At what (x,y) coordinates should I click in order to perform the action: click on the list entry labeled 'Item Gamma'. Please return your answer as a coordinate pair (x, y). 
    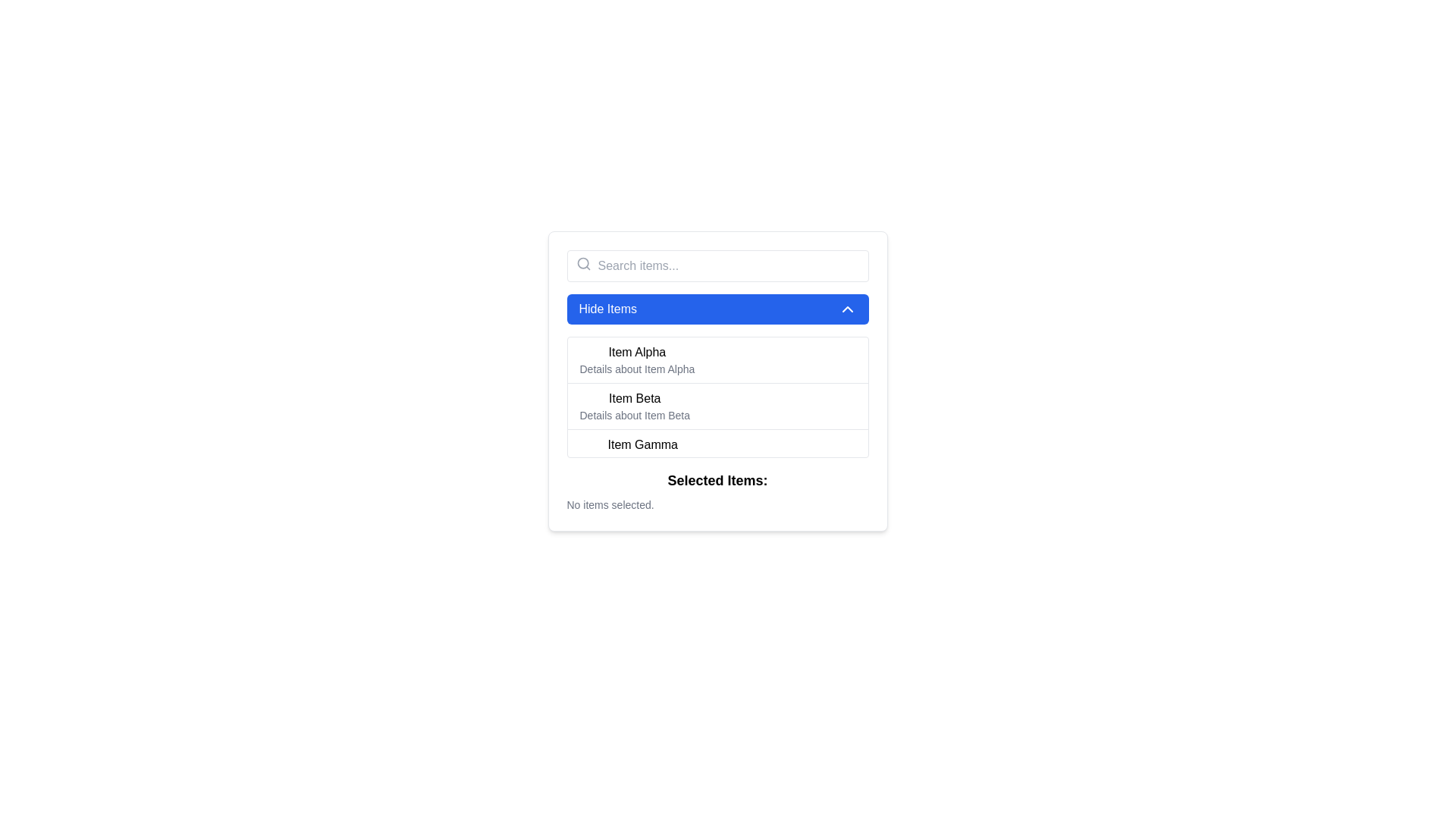
    Looking at the image, I should click on (717, 451).